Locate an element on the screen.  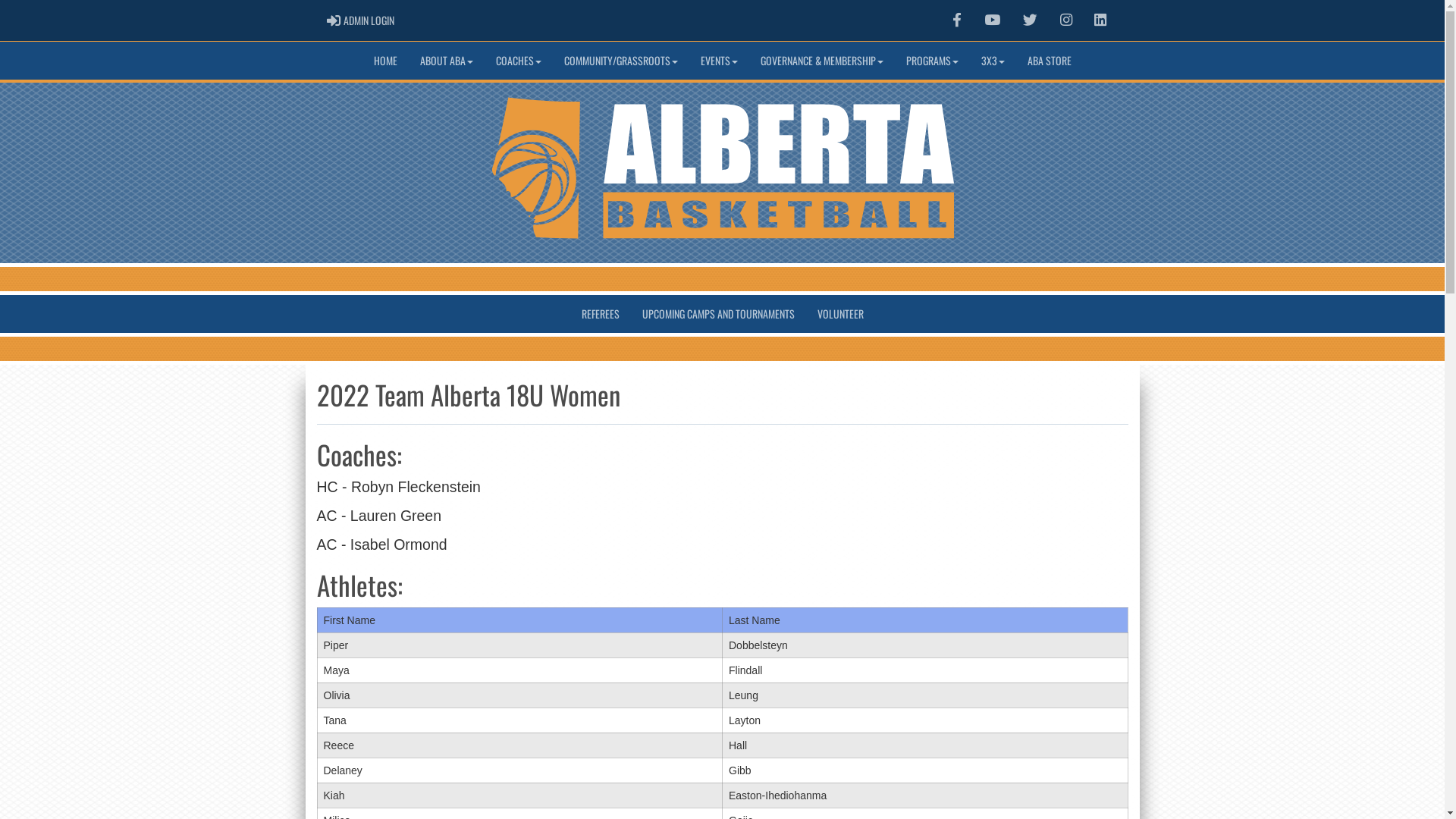
'ABOUT ABA' is located at coordinates (445, 60).